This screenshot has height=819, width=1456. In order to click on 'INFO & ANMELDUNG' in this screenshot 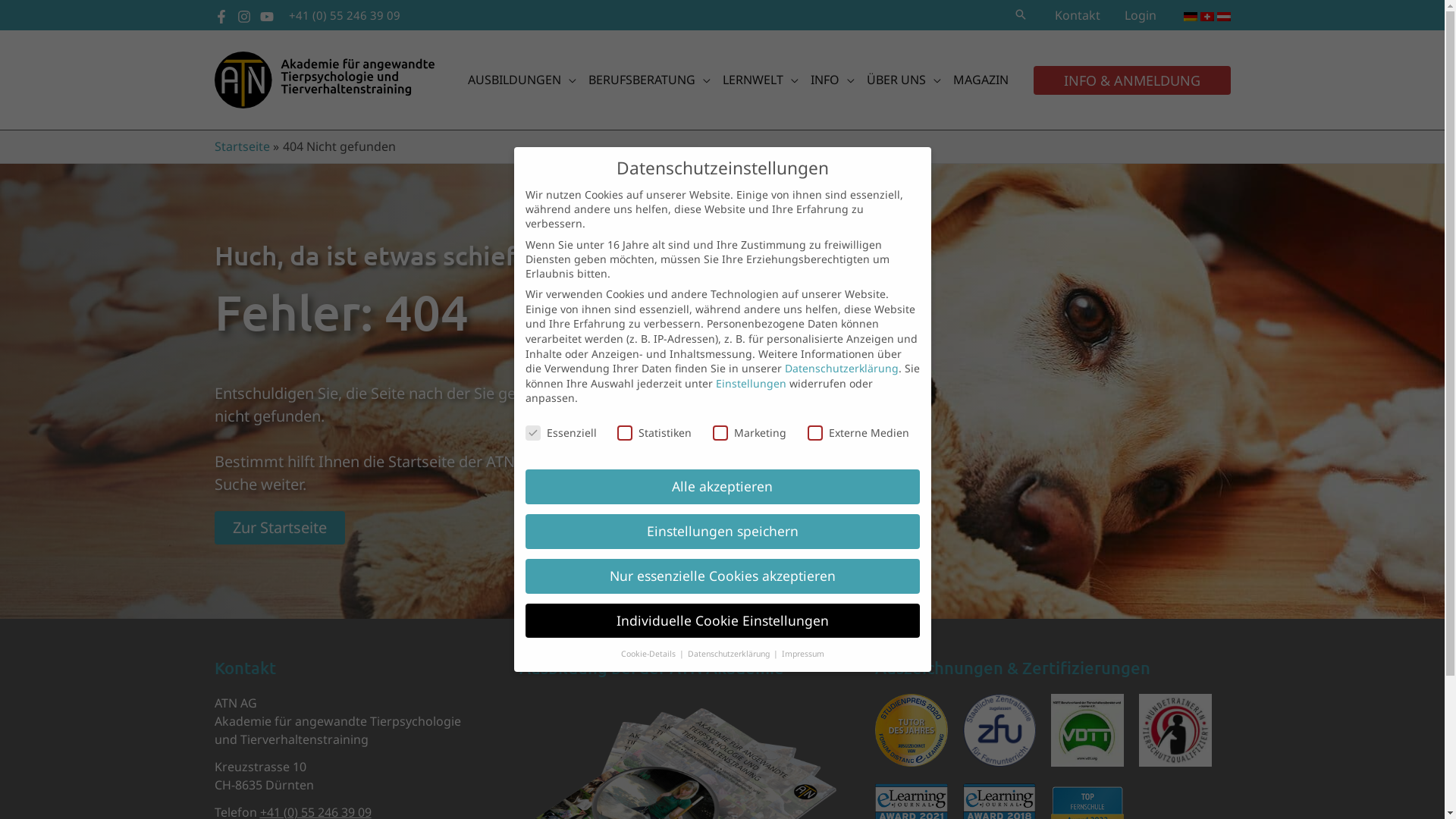, I will do `click(1131, 80)`.